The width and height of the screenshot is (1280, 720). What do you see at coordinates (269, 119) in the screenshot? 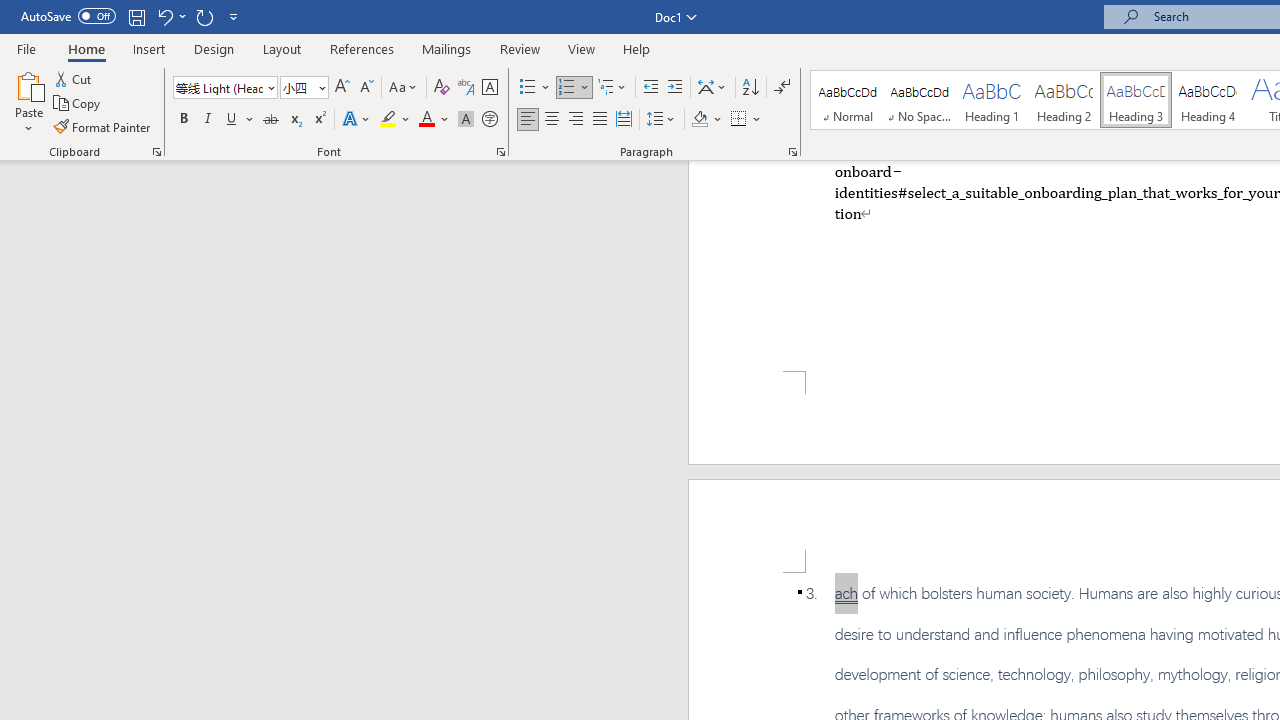
I see `'Strikethrough'` at bounding box center [269, 119].